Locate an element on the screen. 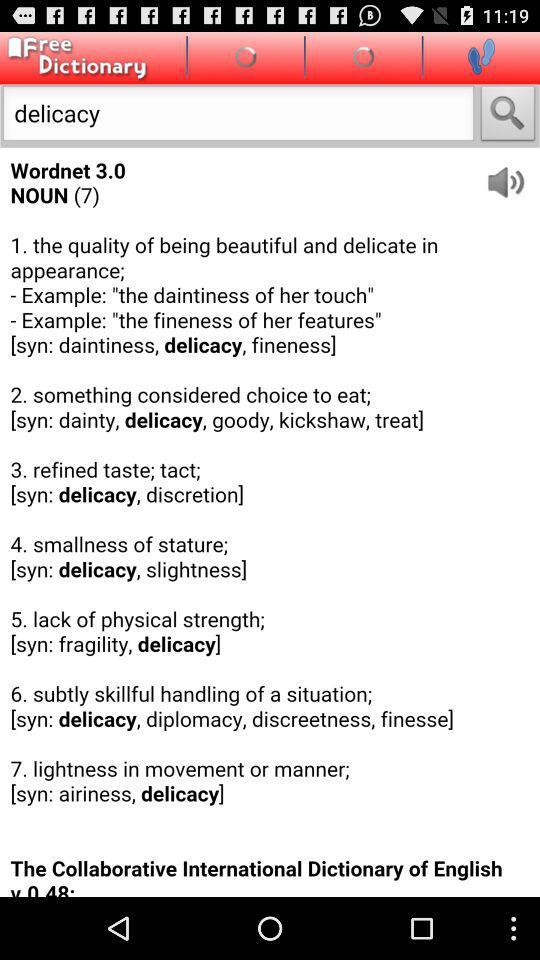 The image size is (540, 960). change volume is located at coordinates (512, 174).